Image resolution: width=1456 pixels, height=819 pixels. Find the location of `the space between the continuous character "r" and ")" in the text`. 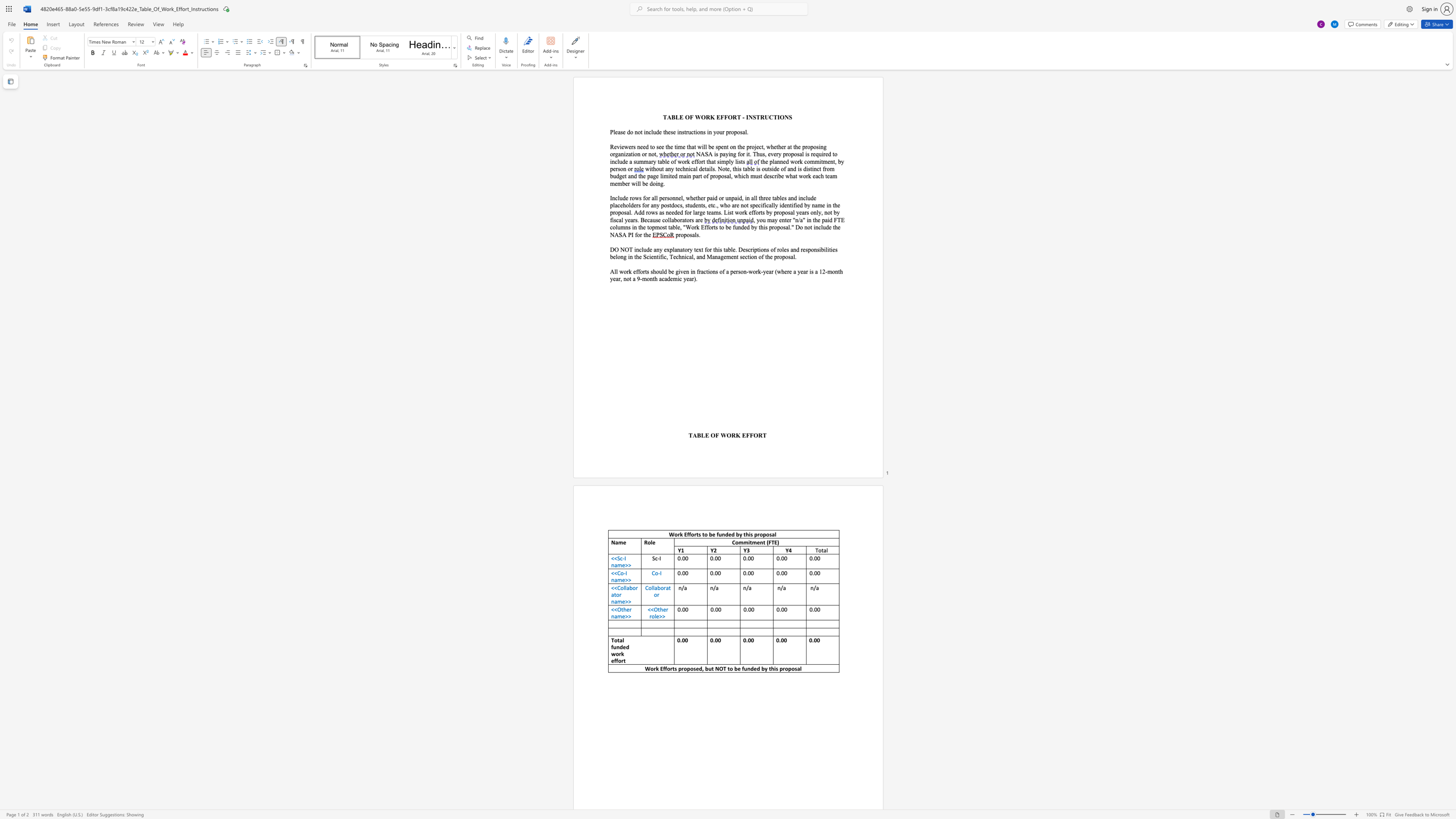

the space between the continuous character "r" and ")" in the text is located at coordinates (694, 279).